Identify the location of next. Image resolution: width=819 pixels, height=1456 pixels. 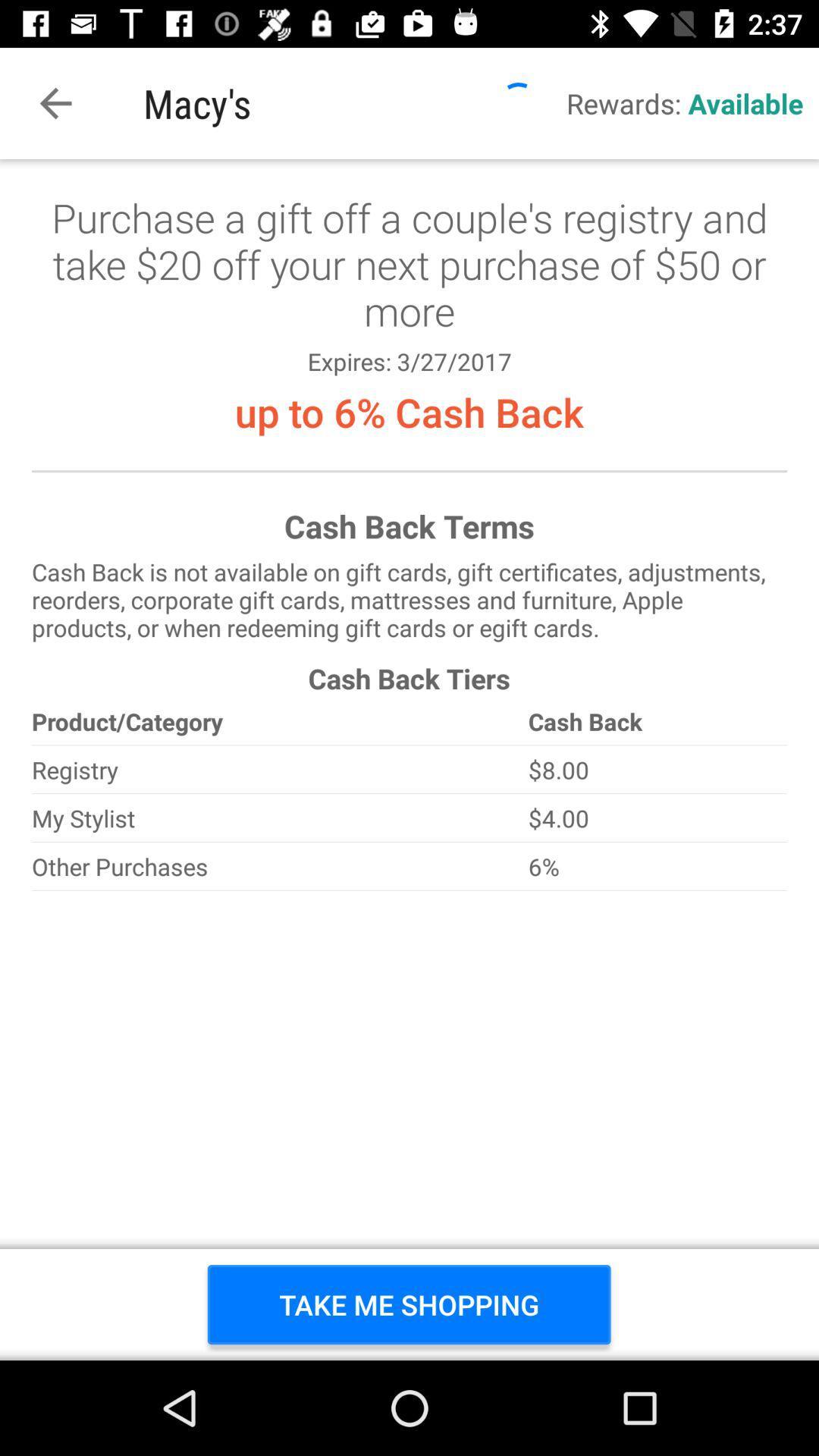
(409, 760).